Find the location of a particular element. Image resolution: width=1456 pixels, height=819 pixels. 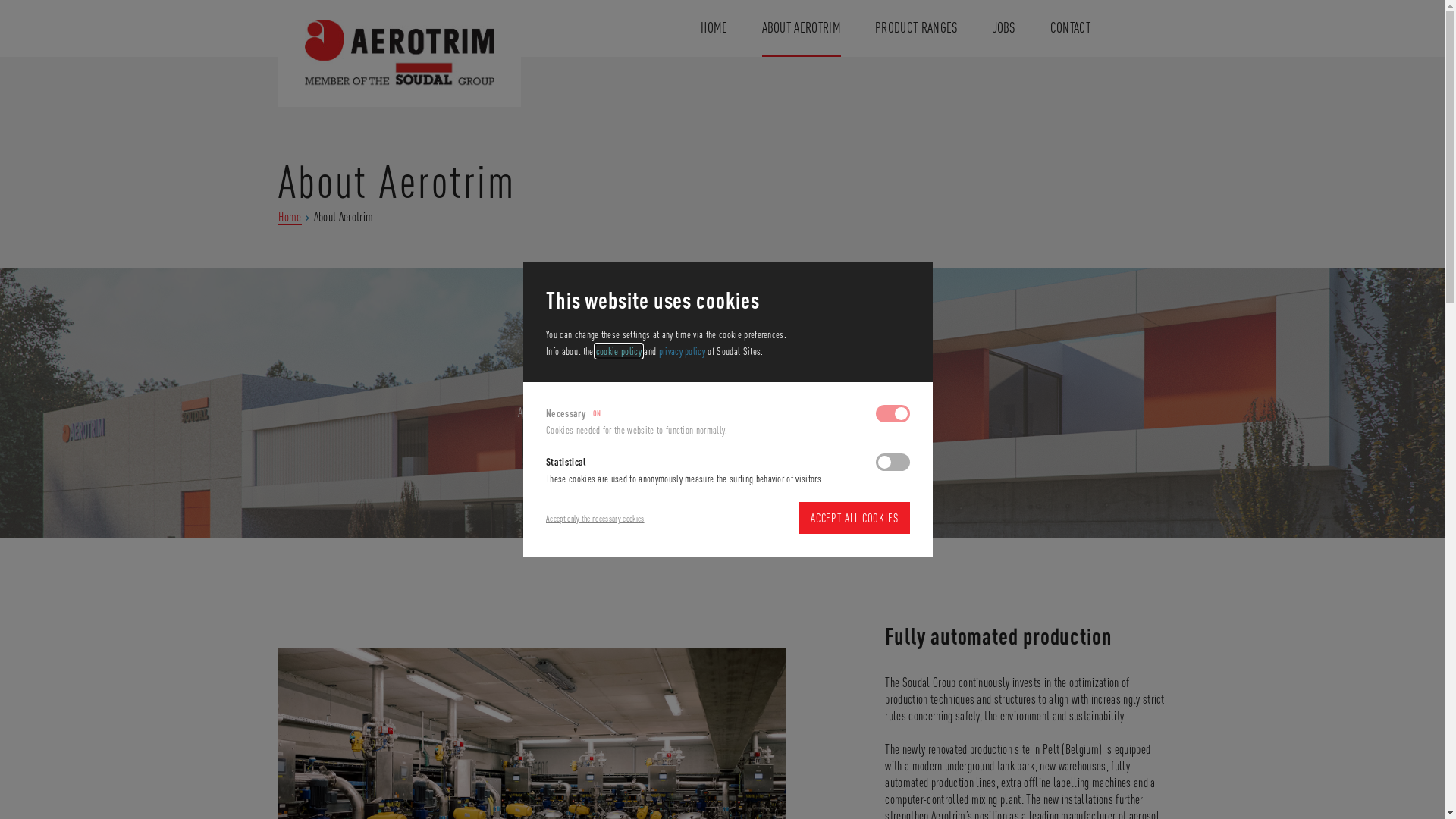

'ABOUT AEROTRIM' is located at coordinates (800, 28).